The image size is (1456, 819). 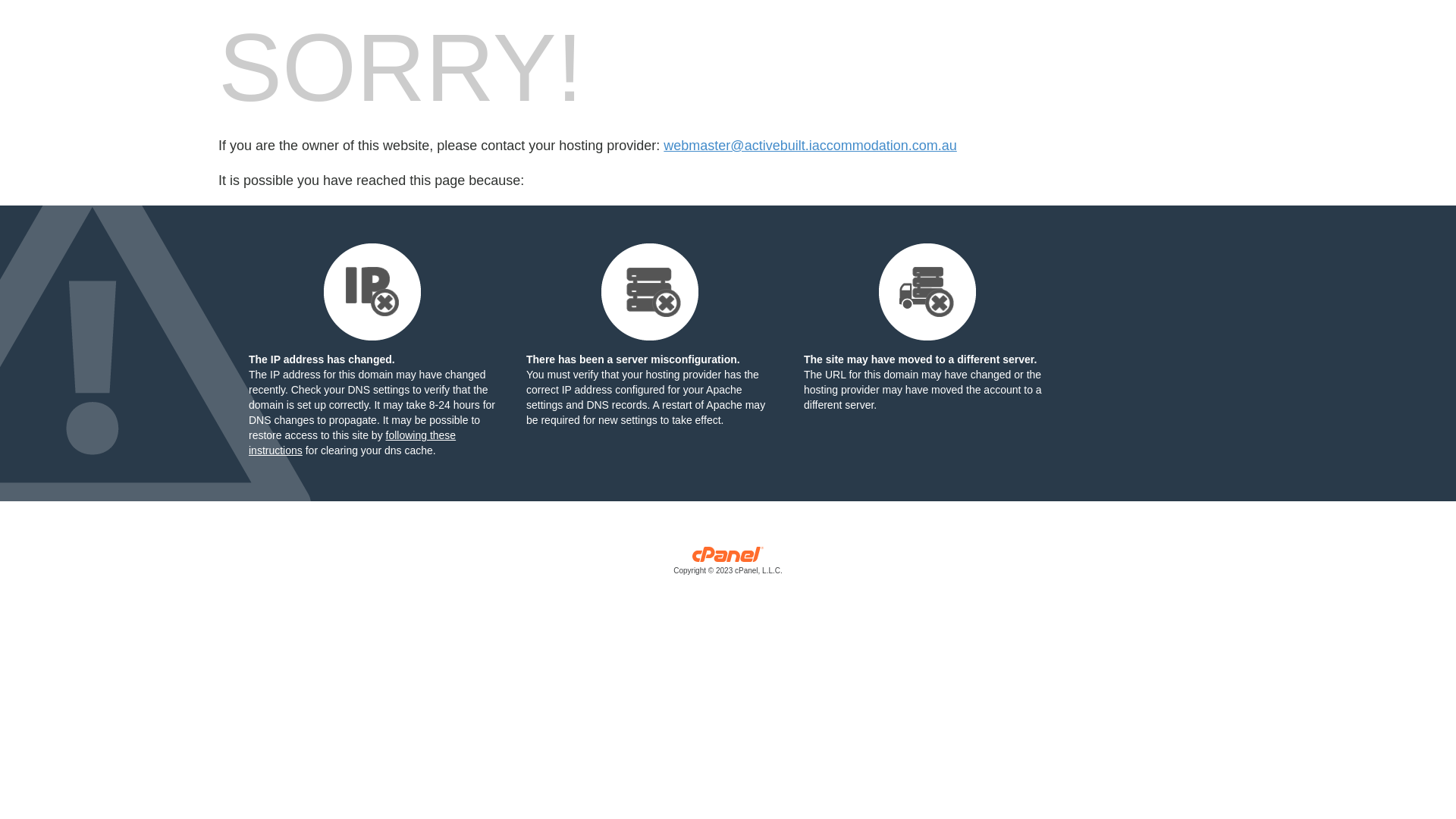 I want to click on 'webmaster@activebuilt.iaccommodation.com.au', so click(x=809, y=146).